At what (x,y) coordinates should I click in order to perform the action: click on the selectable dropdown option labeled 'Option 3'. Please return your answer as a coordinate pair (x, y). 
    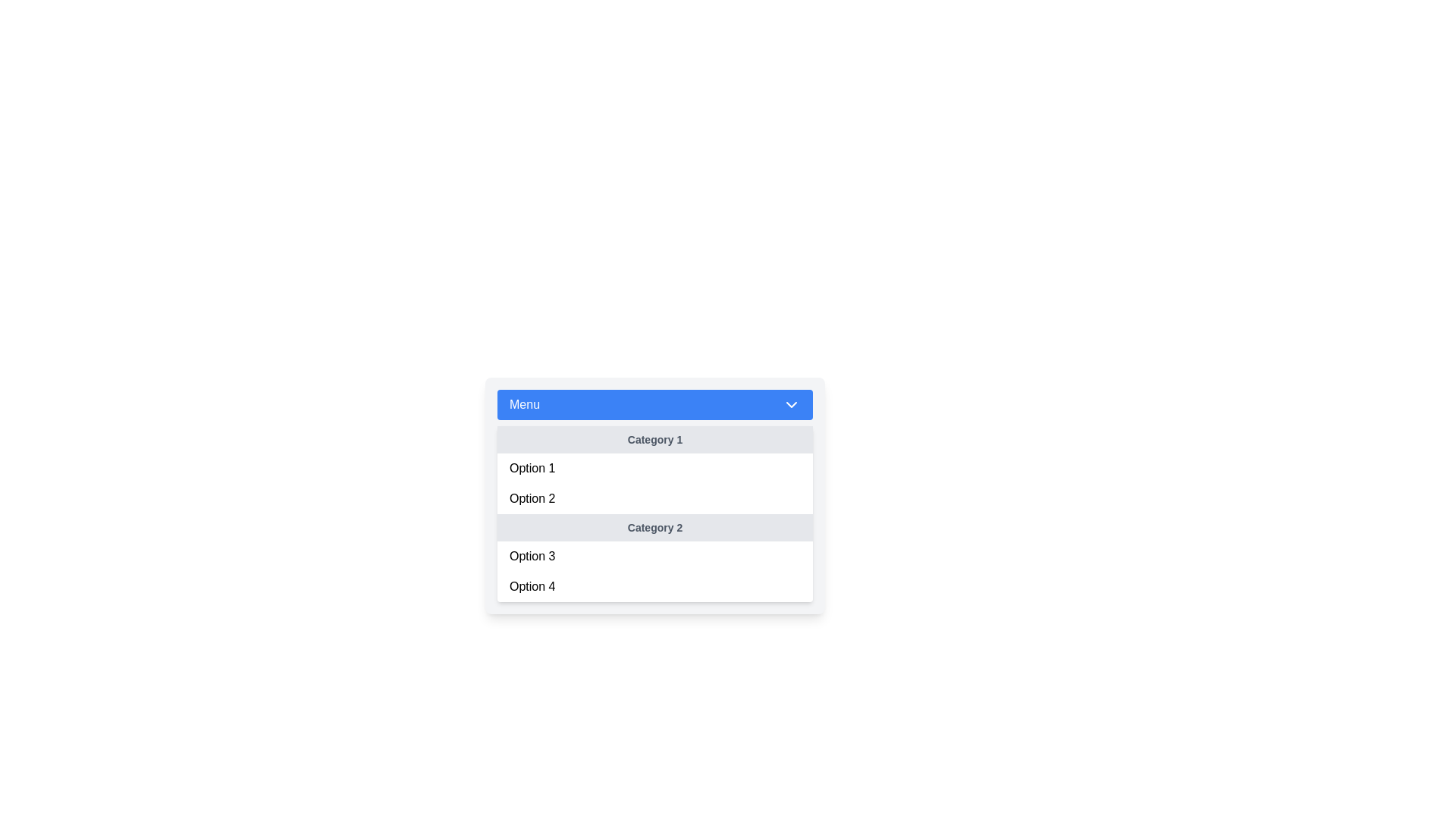
    Looking at the image, I should click on (655, 556).